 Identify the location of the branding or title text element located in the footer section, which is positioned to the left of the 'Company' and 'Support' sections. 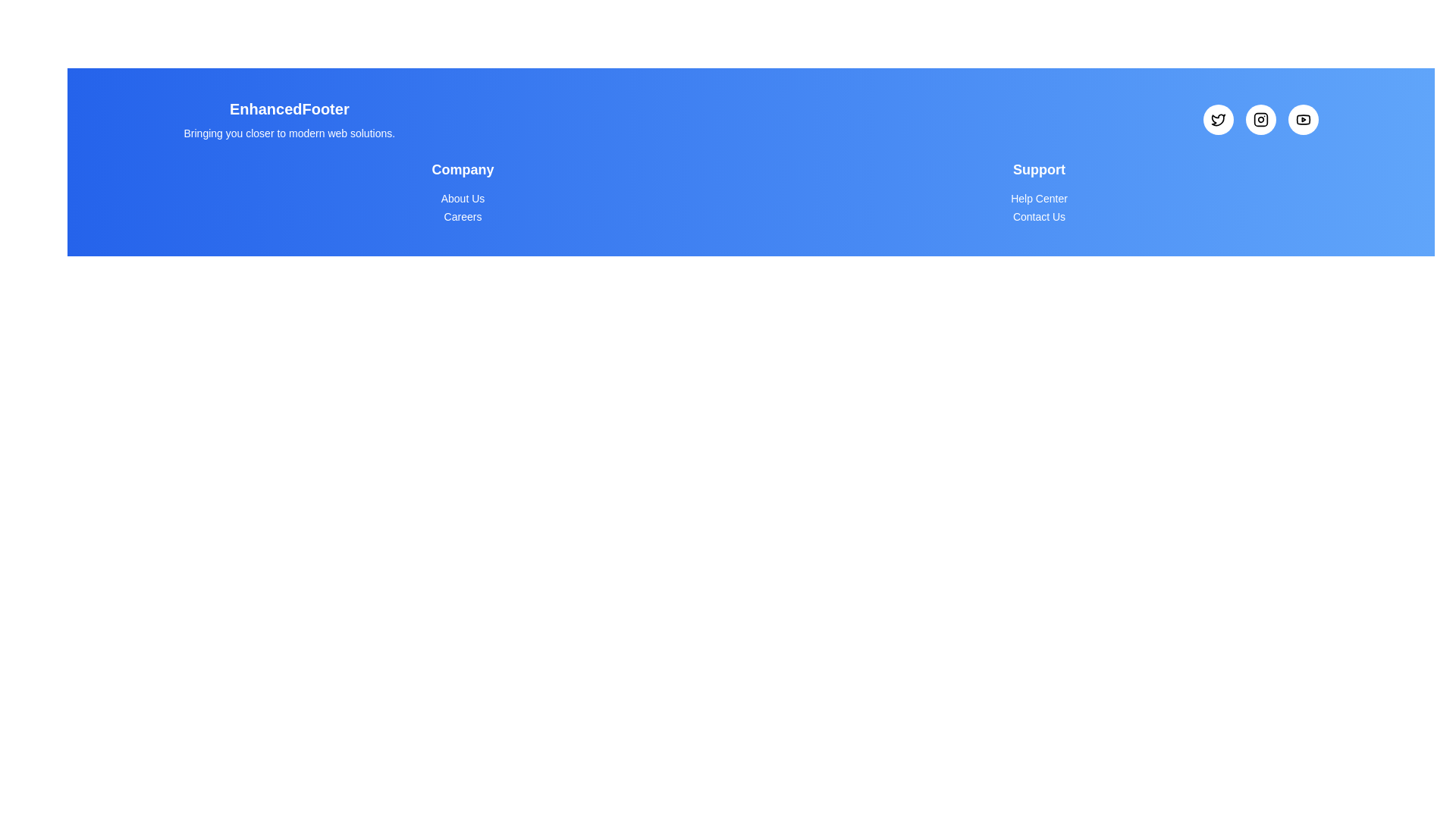
(289, 119).